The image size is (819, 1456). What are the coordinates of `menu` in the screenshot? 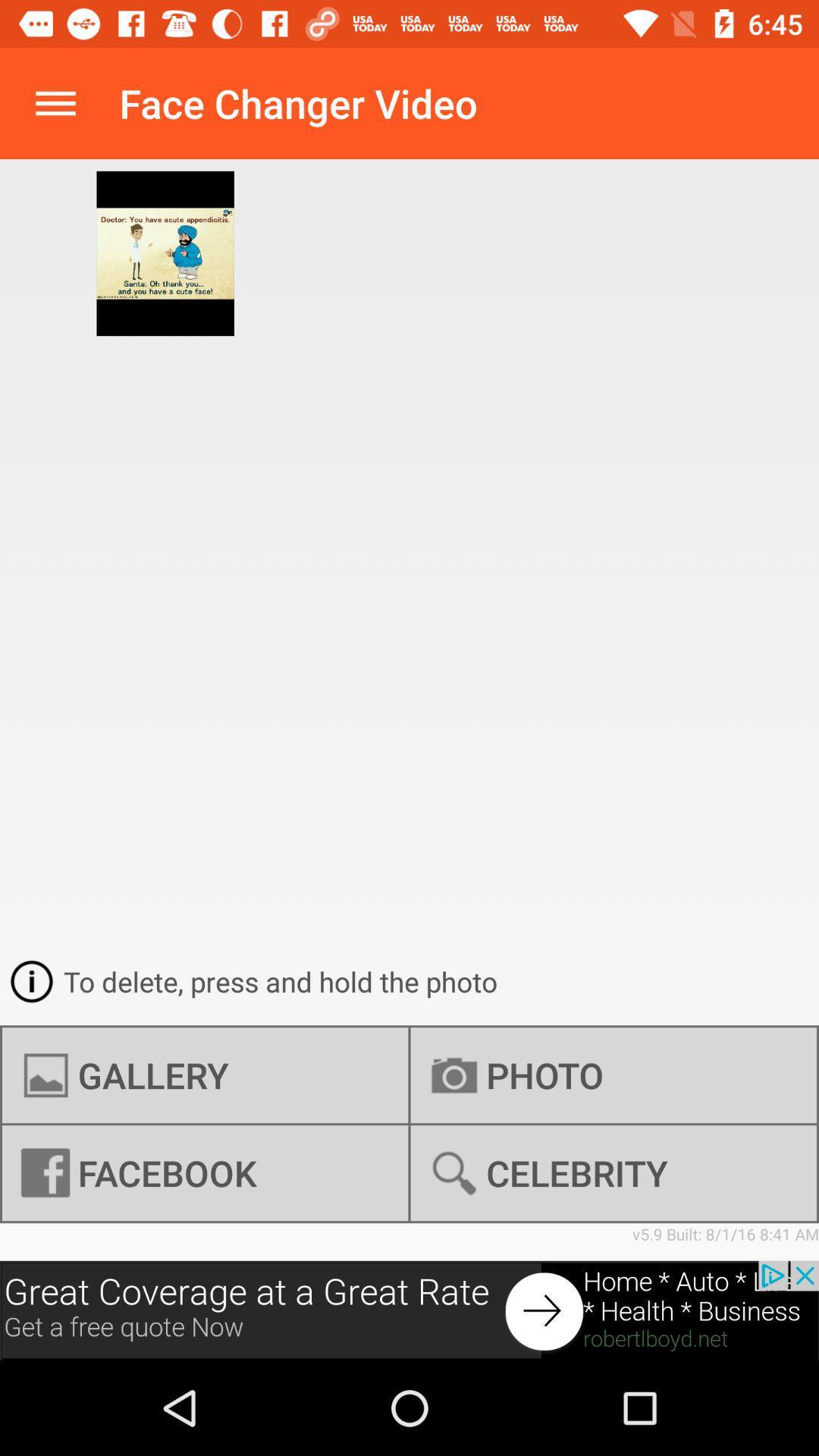 It's located at (55, 102).